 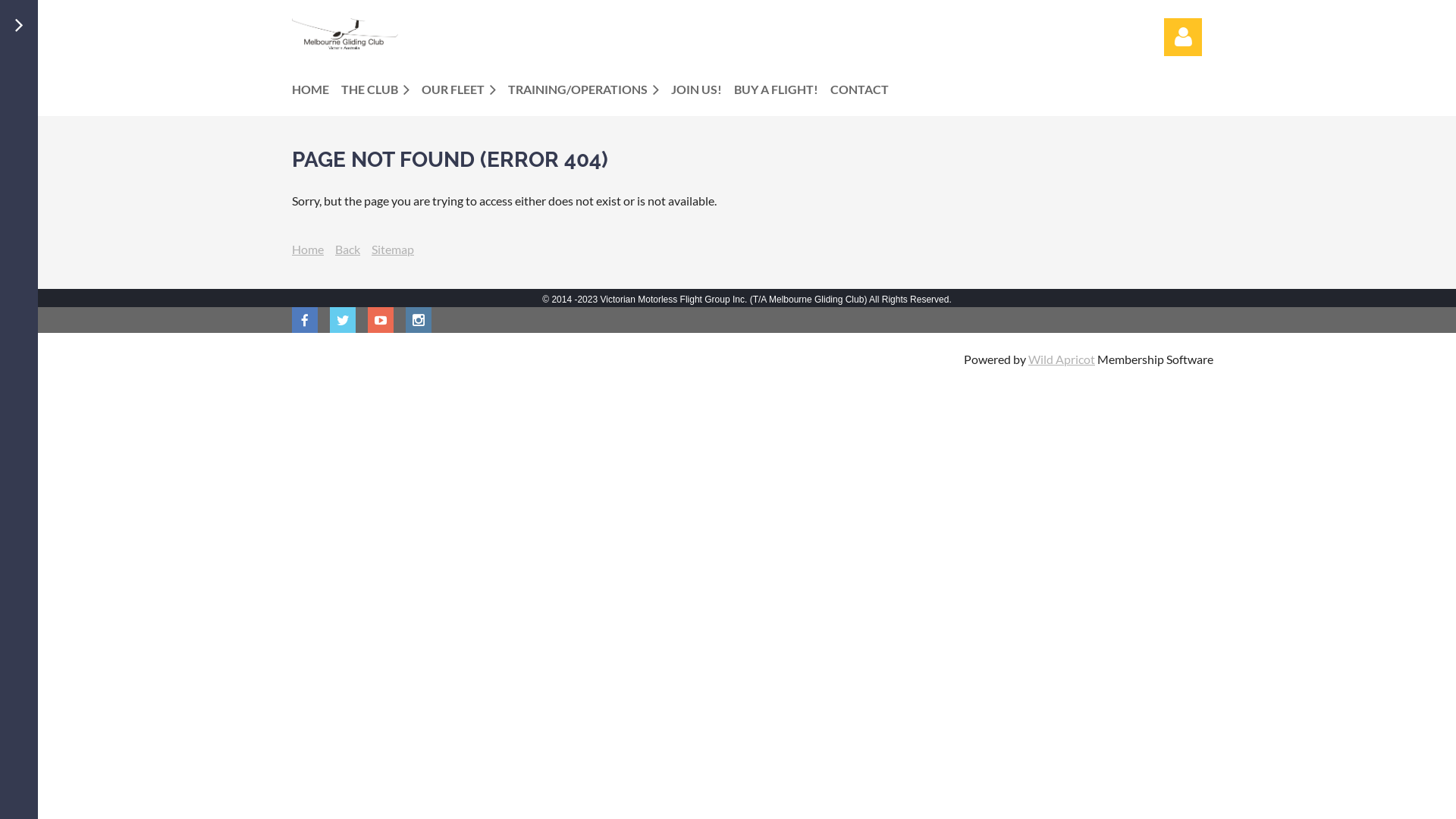 What do you see at coordinates (701, 89) in the screenshot?
I see `'JOIN US!'` at bounding box center [701, 89].